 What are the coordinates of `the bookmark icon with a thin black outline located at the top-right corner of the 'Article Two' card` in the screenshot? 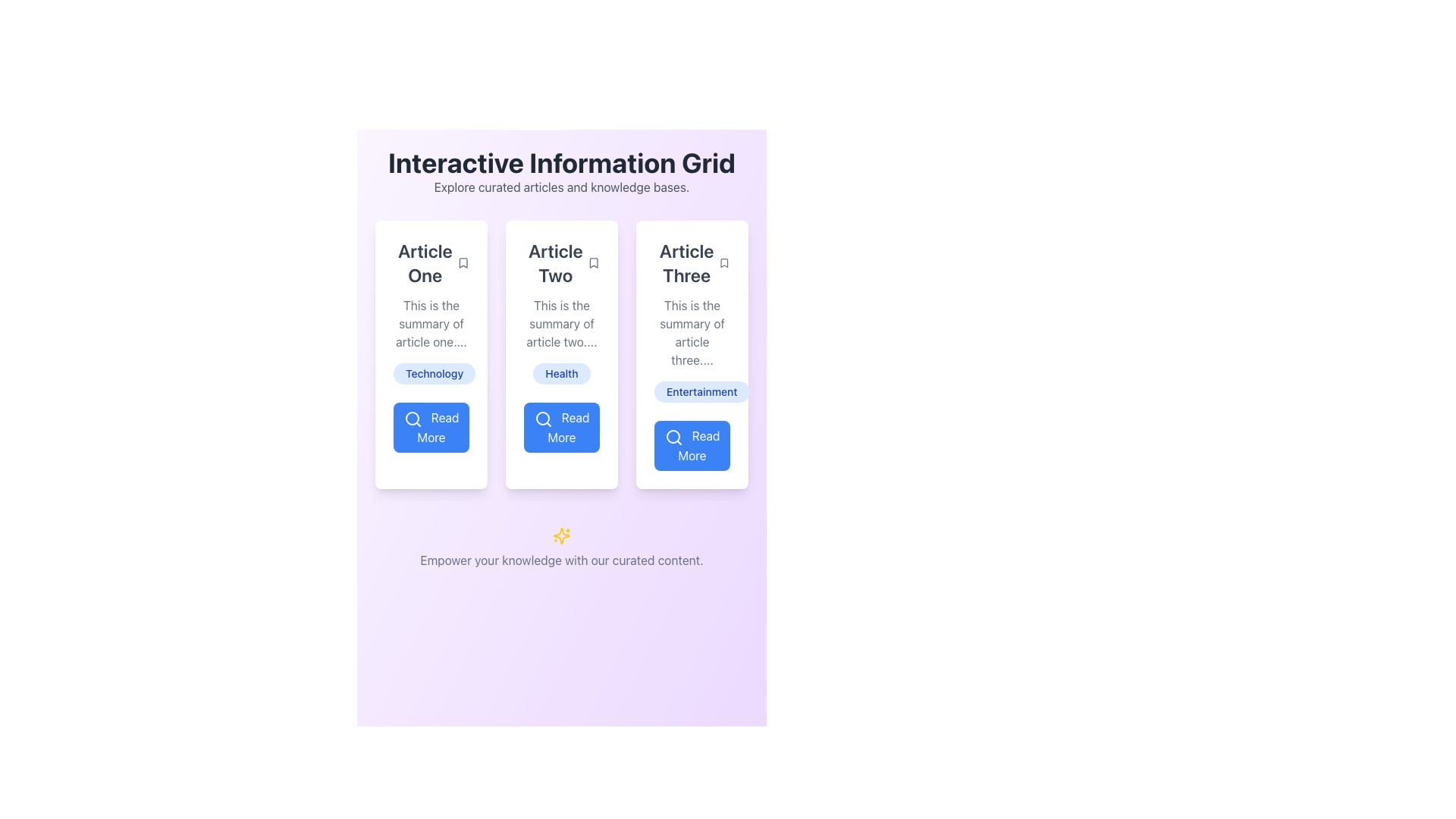 It's located at (592, 262).